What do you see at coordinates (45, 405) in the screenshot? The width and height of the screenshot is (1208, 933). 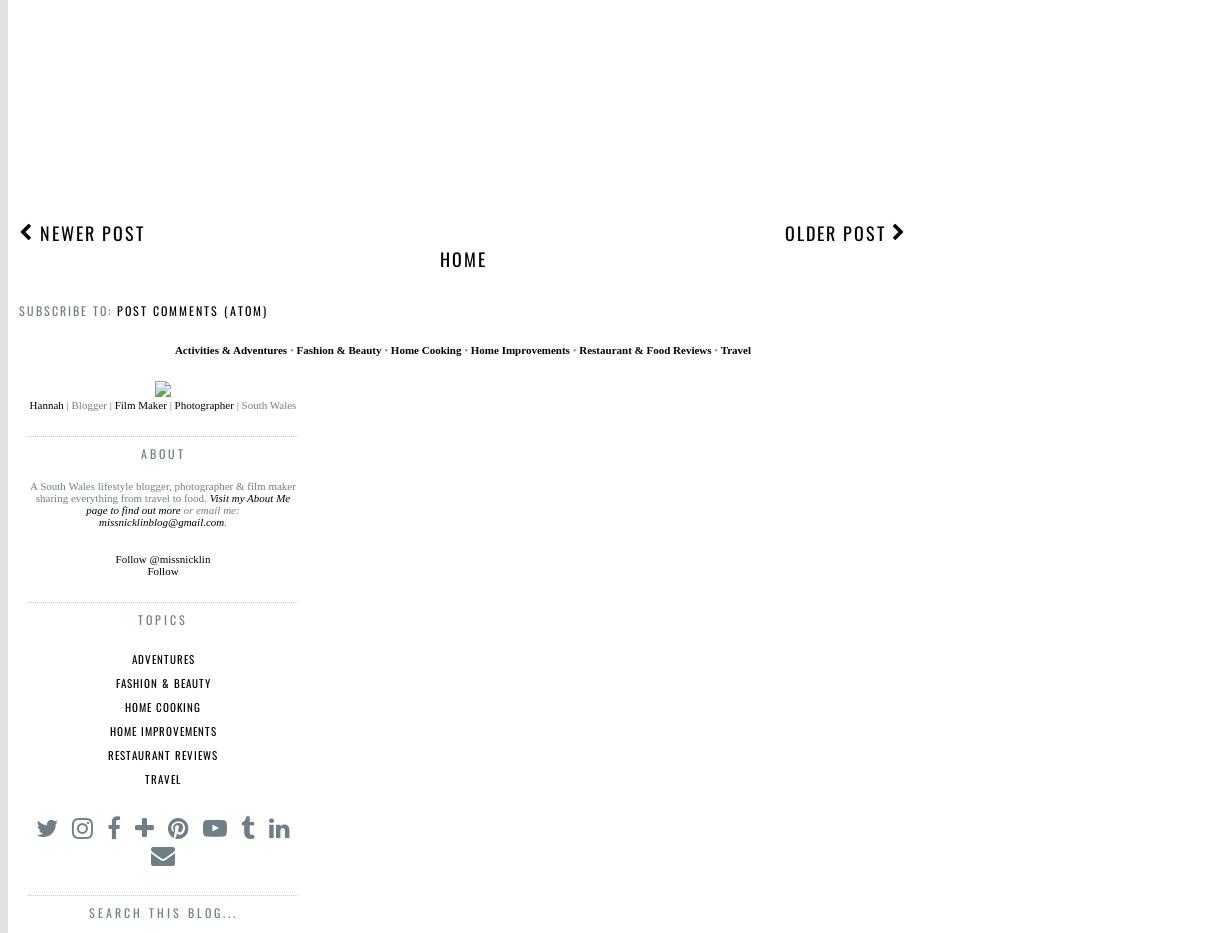 I see `'Hannah'` at bounding box center [45, 405].